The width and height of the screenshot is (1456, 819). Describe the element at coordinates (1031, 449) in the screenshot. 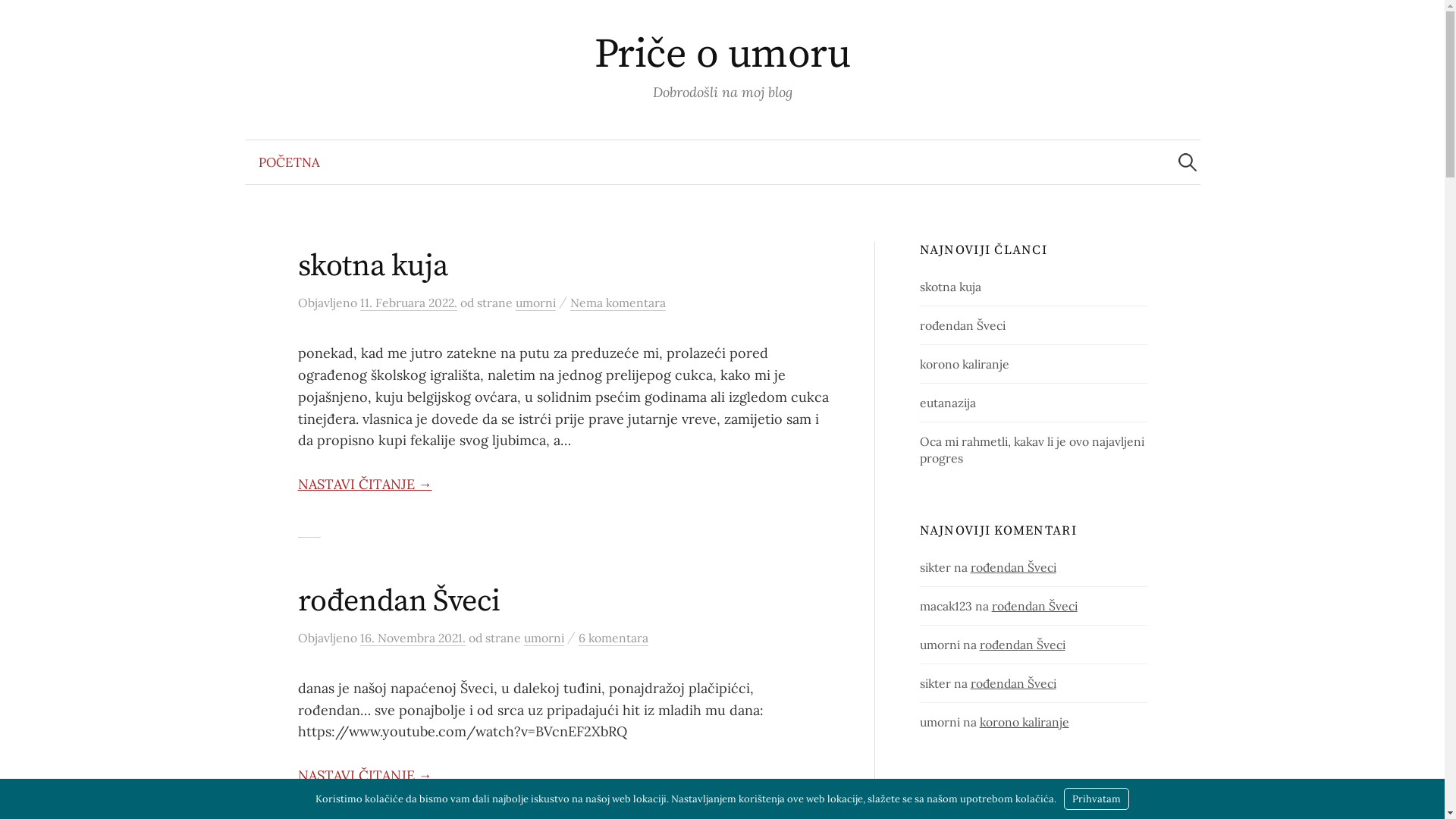

I see `'Oca mi rahmetli, kakav li je ovo najavljeni progres'` at that location.